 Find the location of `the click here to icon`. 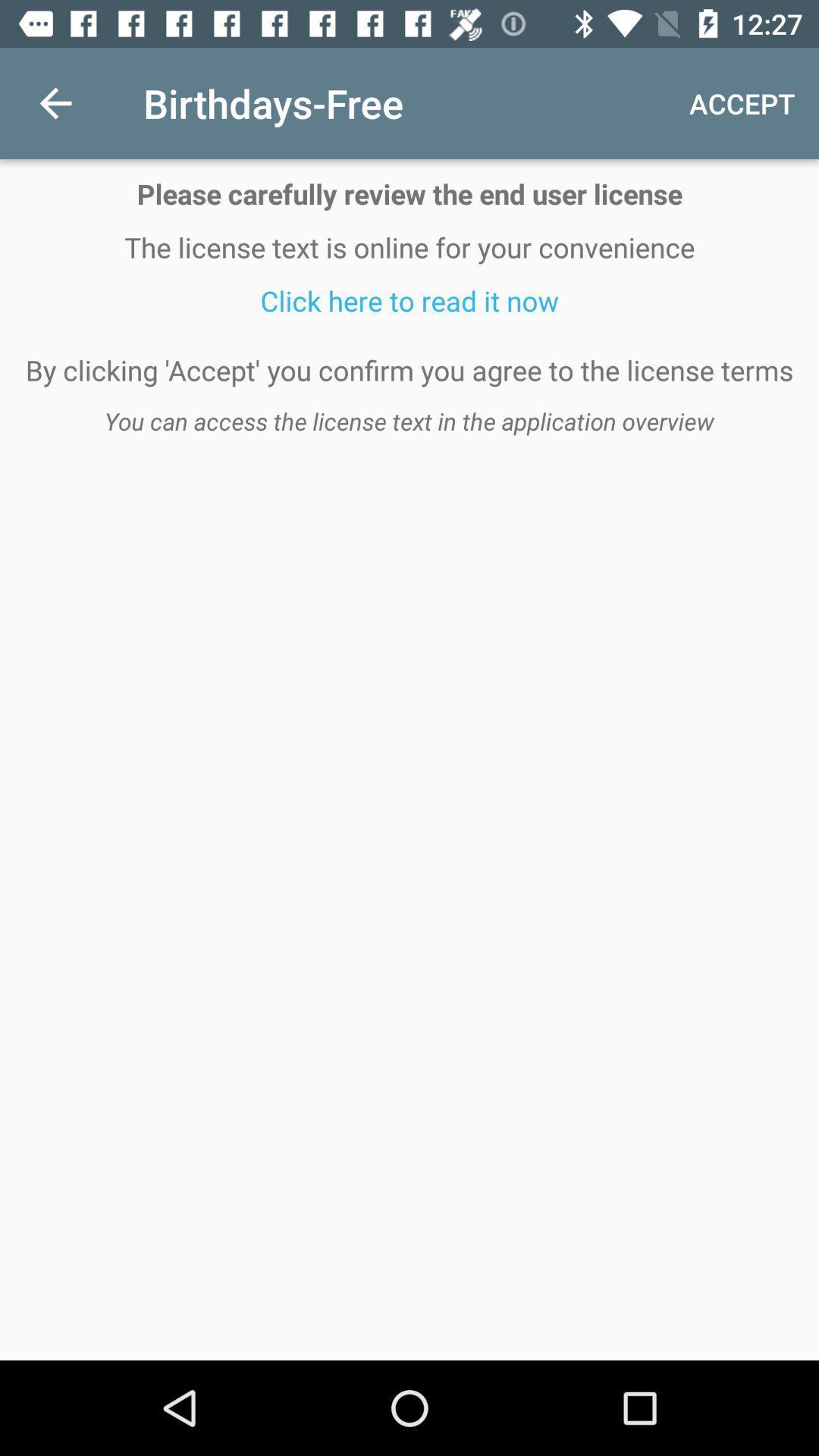

the click here to icon is located at coordinates (409, 300).